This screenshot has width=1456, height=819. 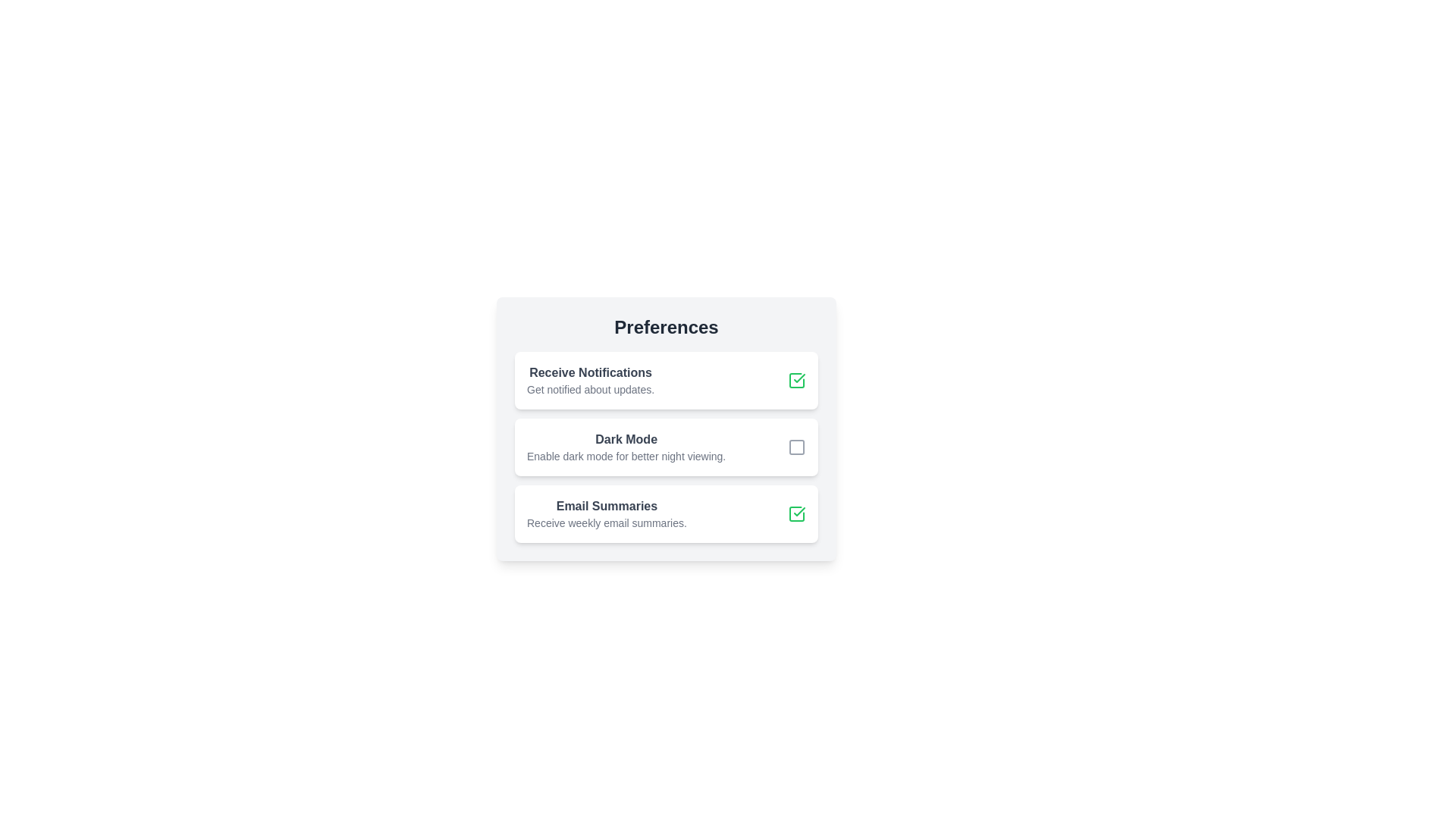 What do you see at coordinates (607, 513) in the screenshot?
I see `text from the Text Block element labeled 'Email Summaries' that consists of bold dark gray text and smaller lighter gray text` at bounding box center [607, 513].